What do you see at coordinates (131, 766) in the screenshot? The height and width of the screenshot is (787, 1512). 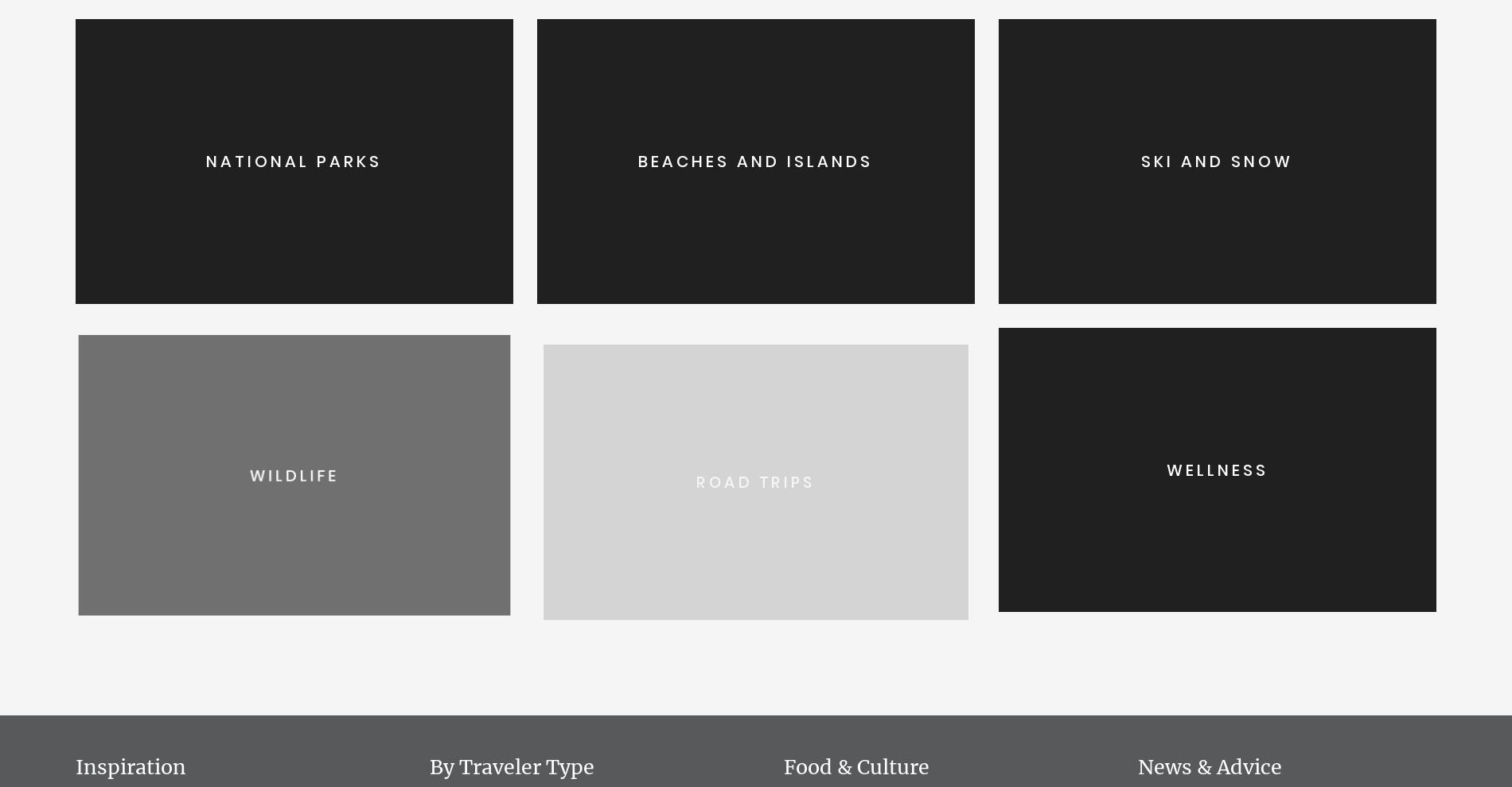 I see `'Inspiration'` at bounding box center [131, 766].